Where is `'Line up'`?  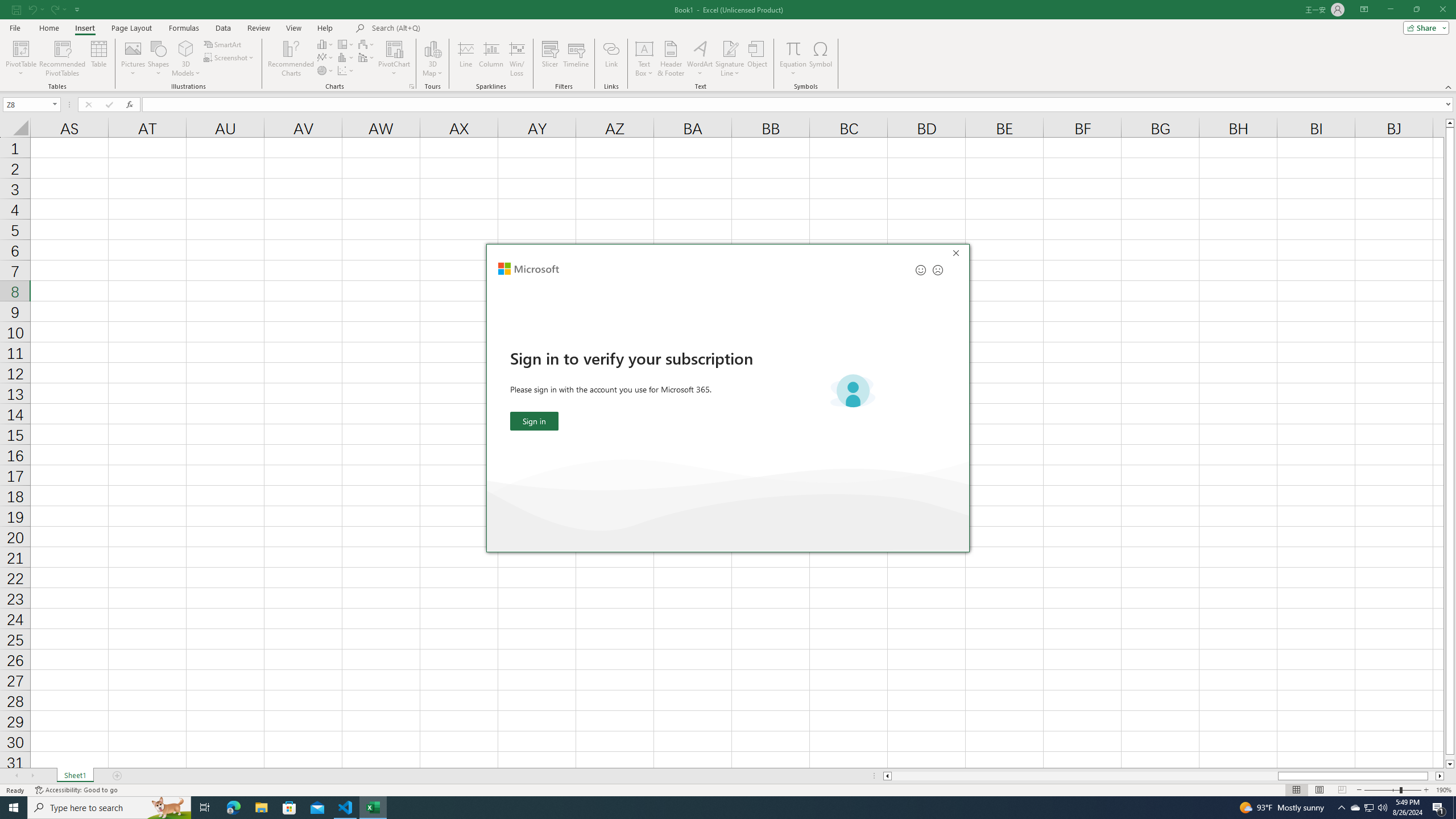 'Line up' is located at coordinates (1449, 122).